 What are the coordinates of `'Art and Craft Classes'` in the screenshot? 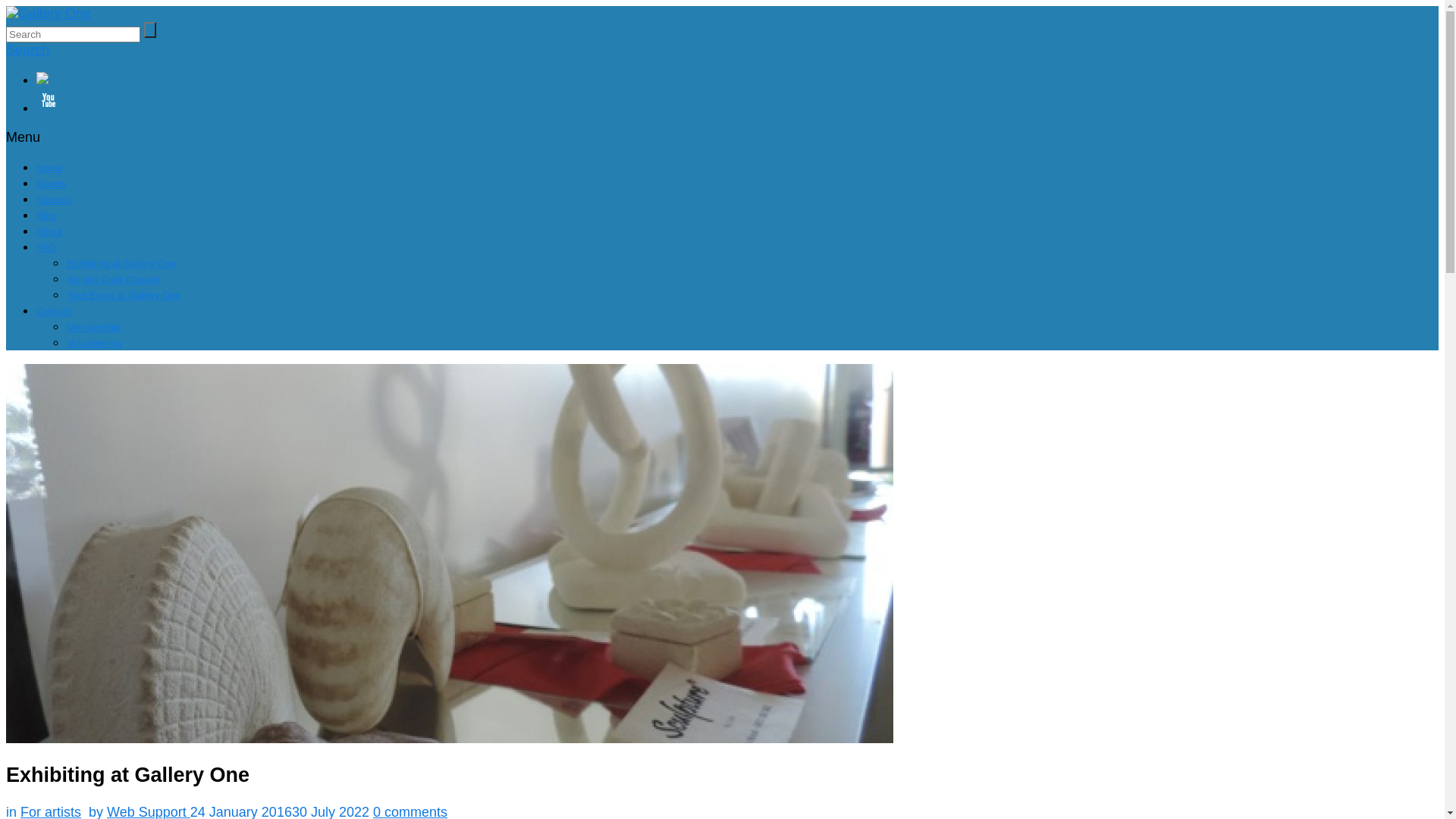 It's located at (112, 279).